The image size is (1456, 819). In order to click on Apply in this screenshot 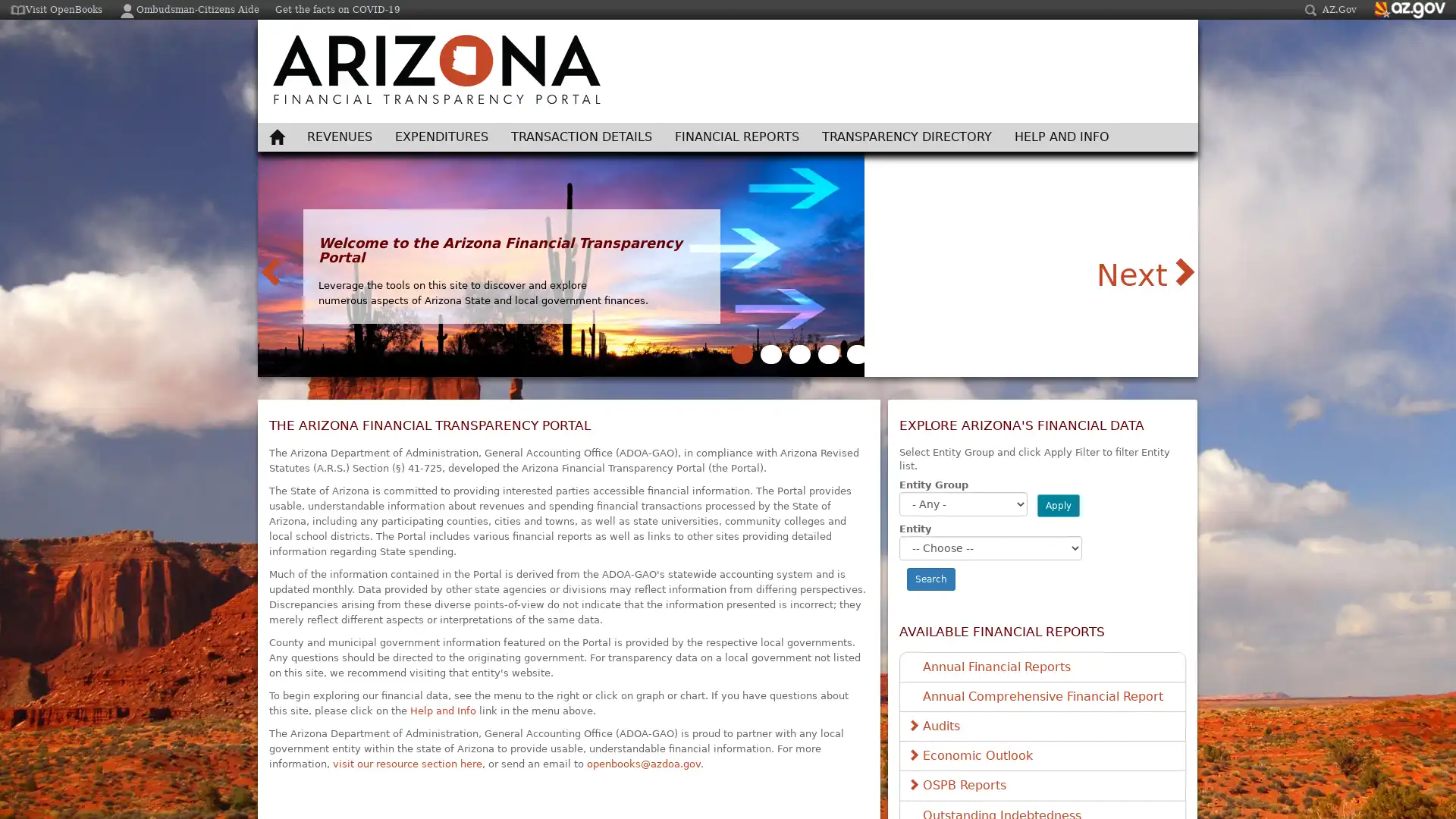, I will do `click(1057, 506)`.